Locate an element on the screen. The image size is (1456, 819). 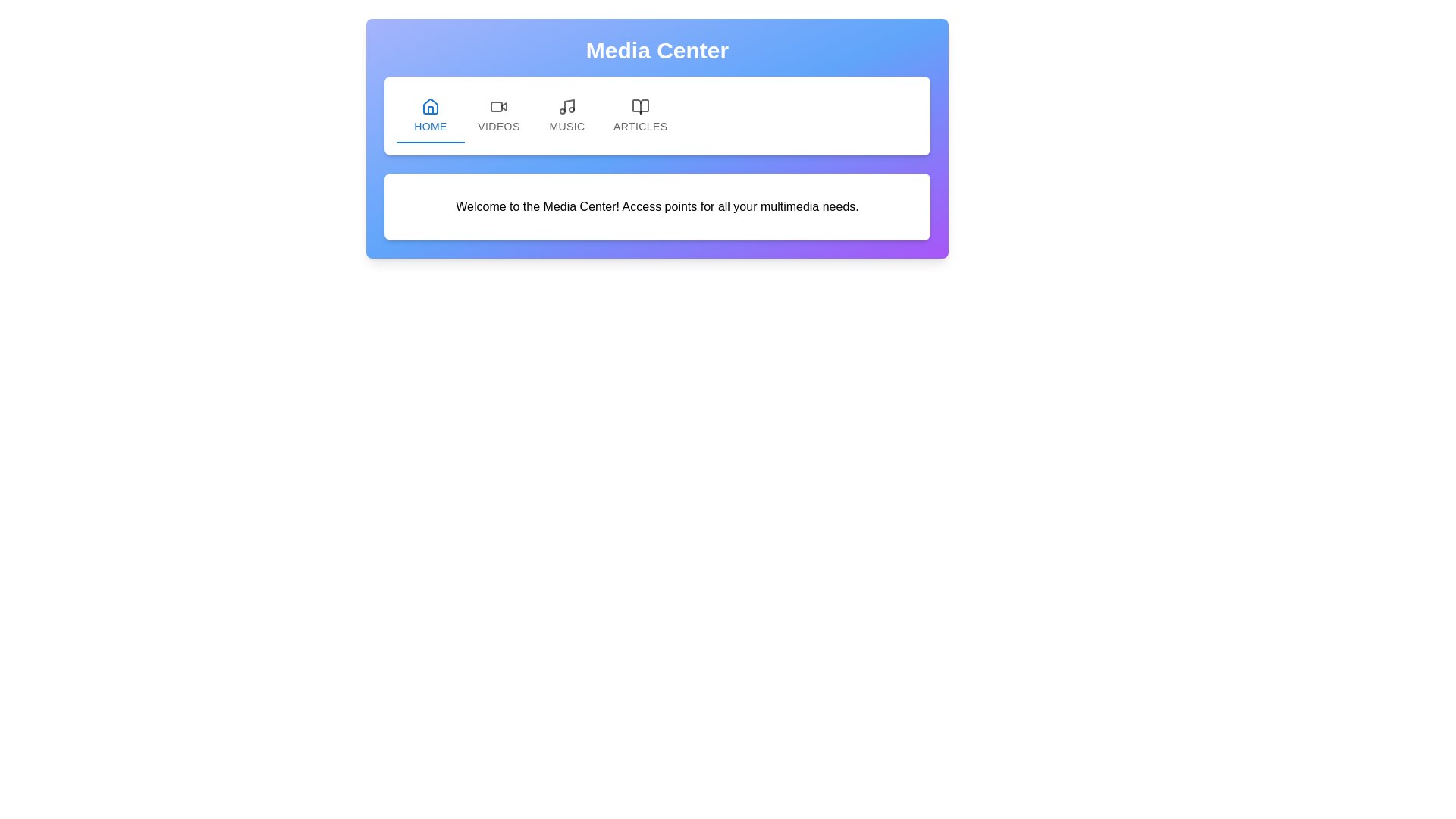
the 'Videos' icon in the navigation bar is located at coordinates (498, 106).